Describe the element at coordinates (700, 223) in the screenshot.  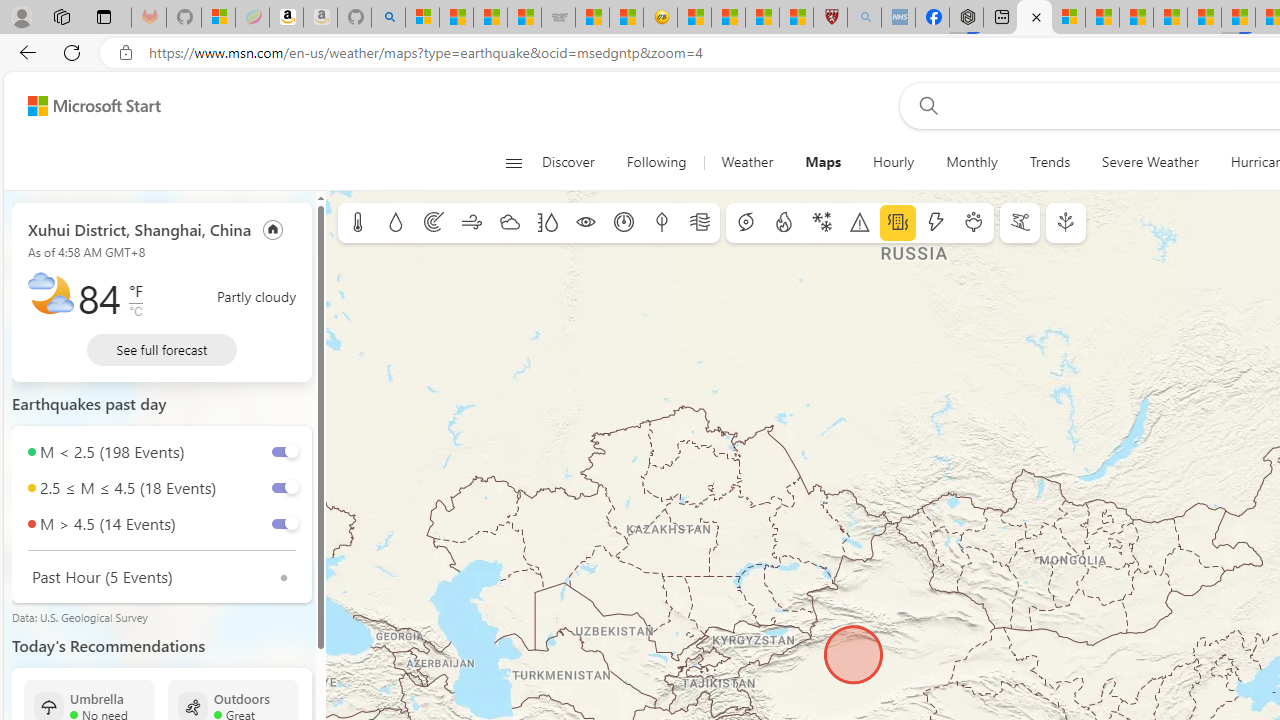
I see `'Air quality'` at that location.